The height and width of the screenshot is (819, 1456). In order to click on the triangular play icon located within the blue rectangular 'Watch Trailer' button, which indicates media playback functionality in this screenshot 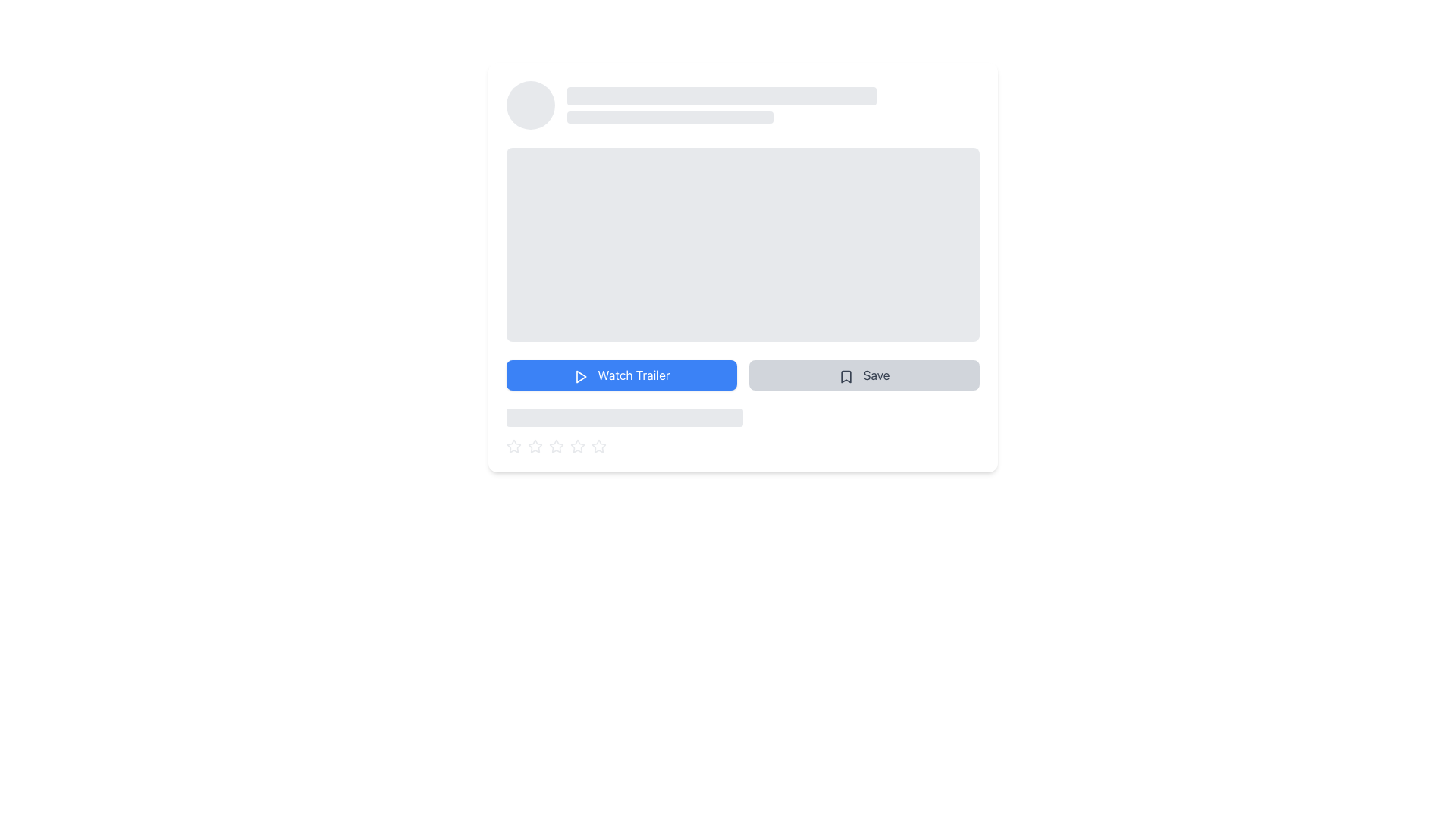, I will do `click(581, 375)`.